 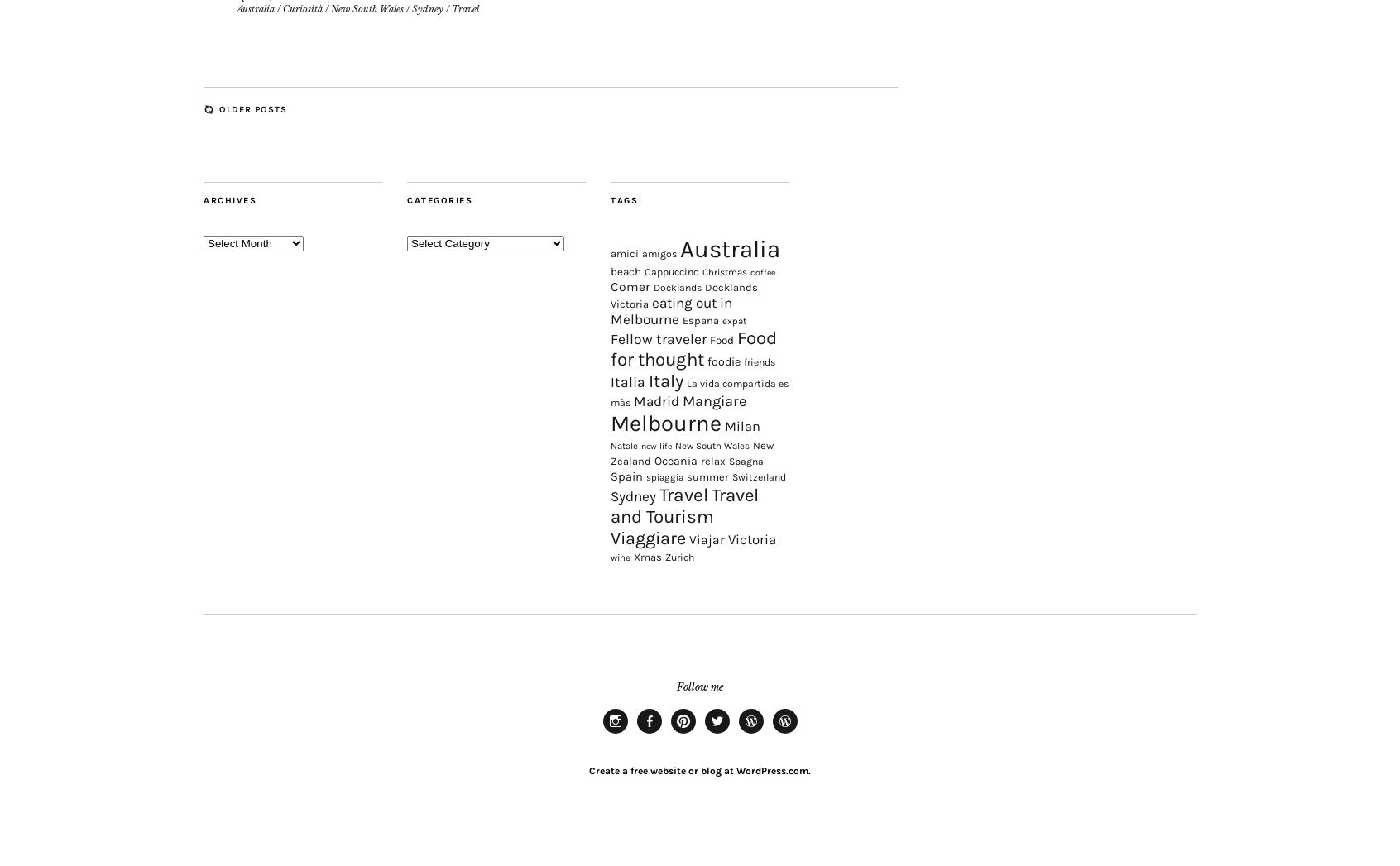 What do you see at coordinates (659, 295) in the screenshot?
I see `'amigos'` at bounding box center [659, 295].